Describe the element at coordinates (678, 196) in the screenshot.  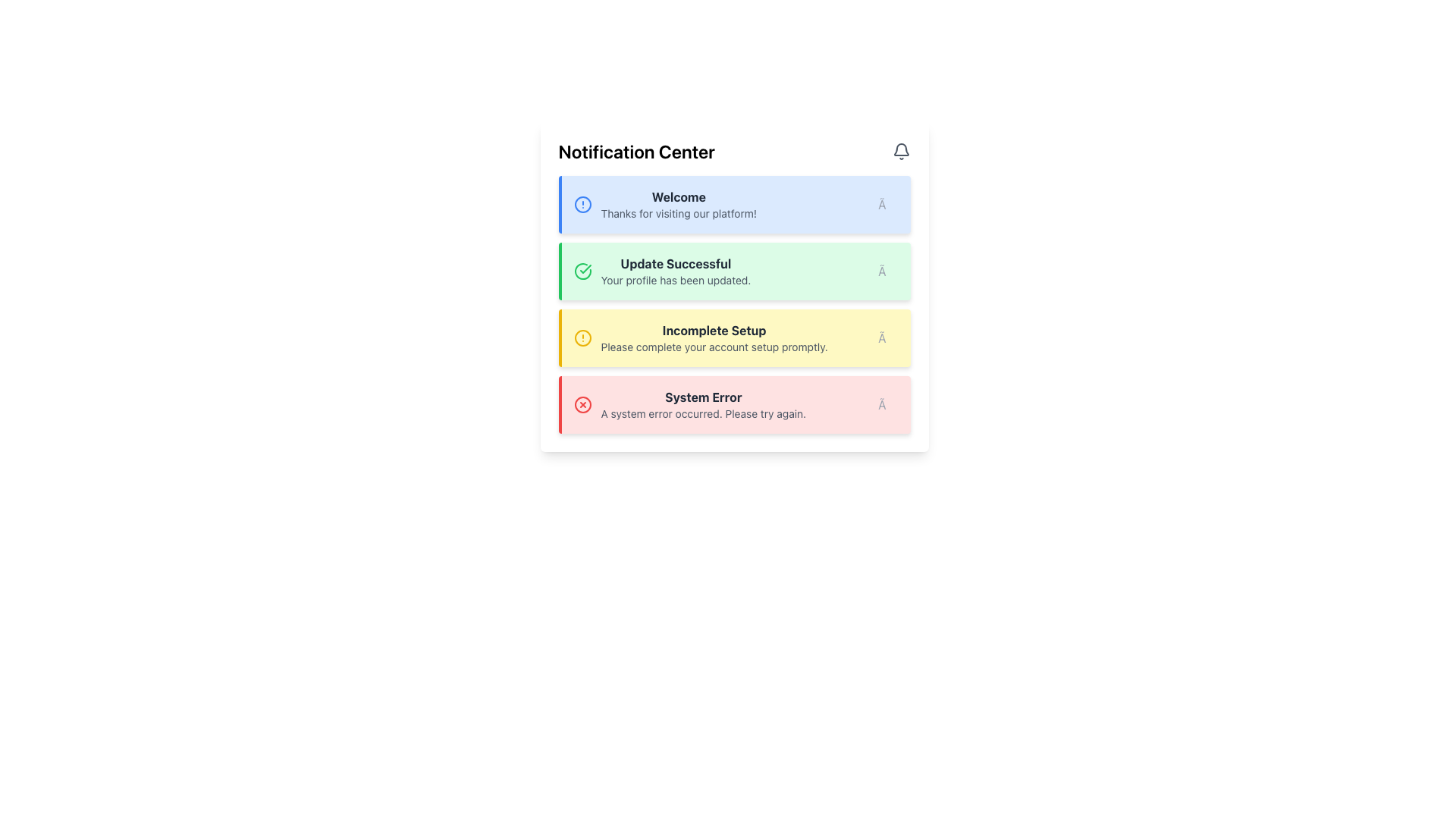
I see `the title text of the notification item that welcomes the user, located at the top left section of the notification box` at that location.